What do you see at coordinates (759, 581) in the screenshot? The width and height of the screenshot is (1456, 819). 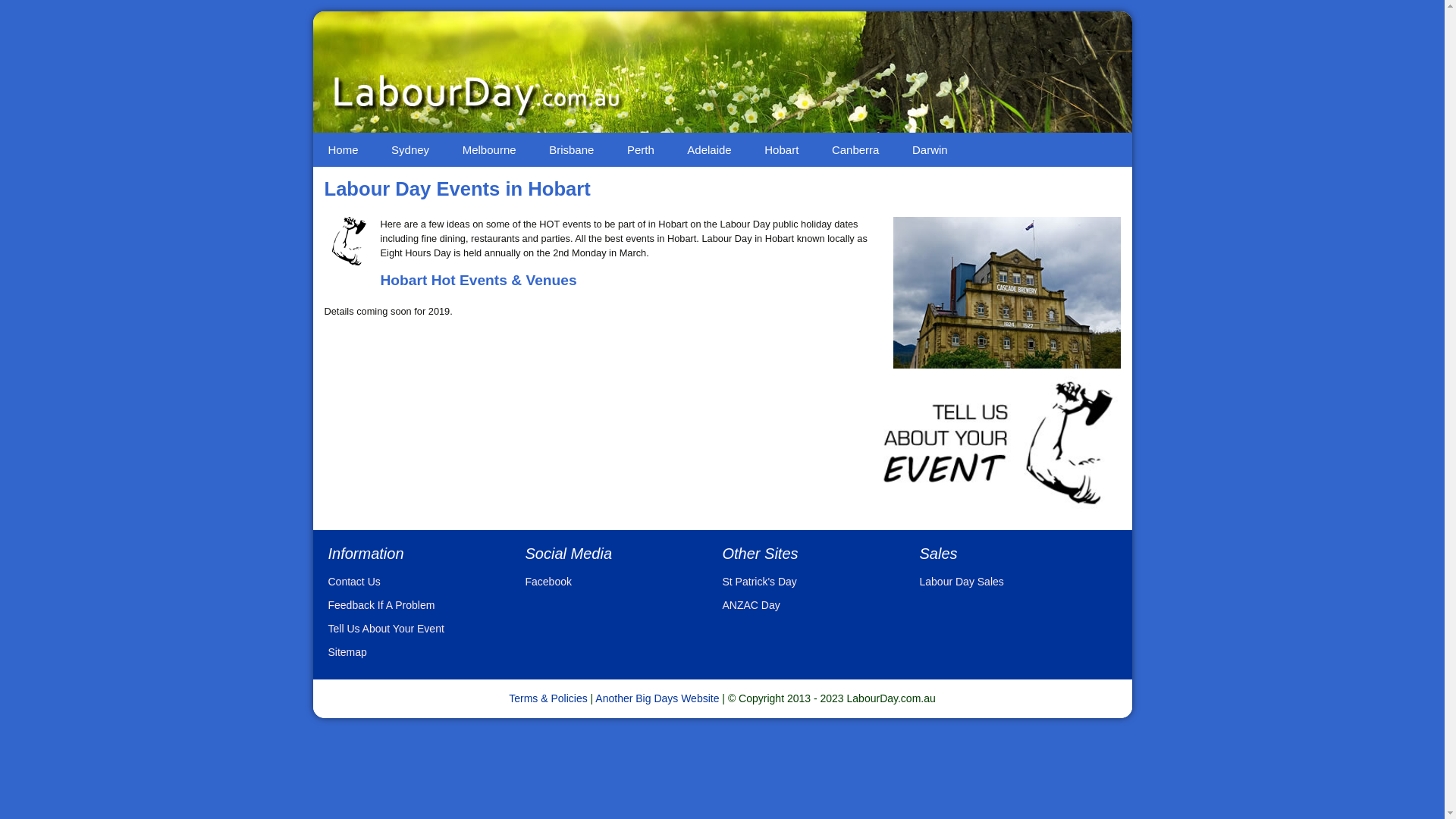 I see `'St Patrick's Day'` at bounding box center [759, 581].